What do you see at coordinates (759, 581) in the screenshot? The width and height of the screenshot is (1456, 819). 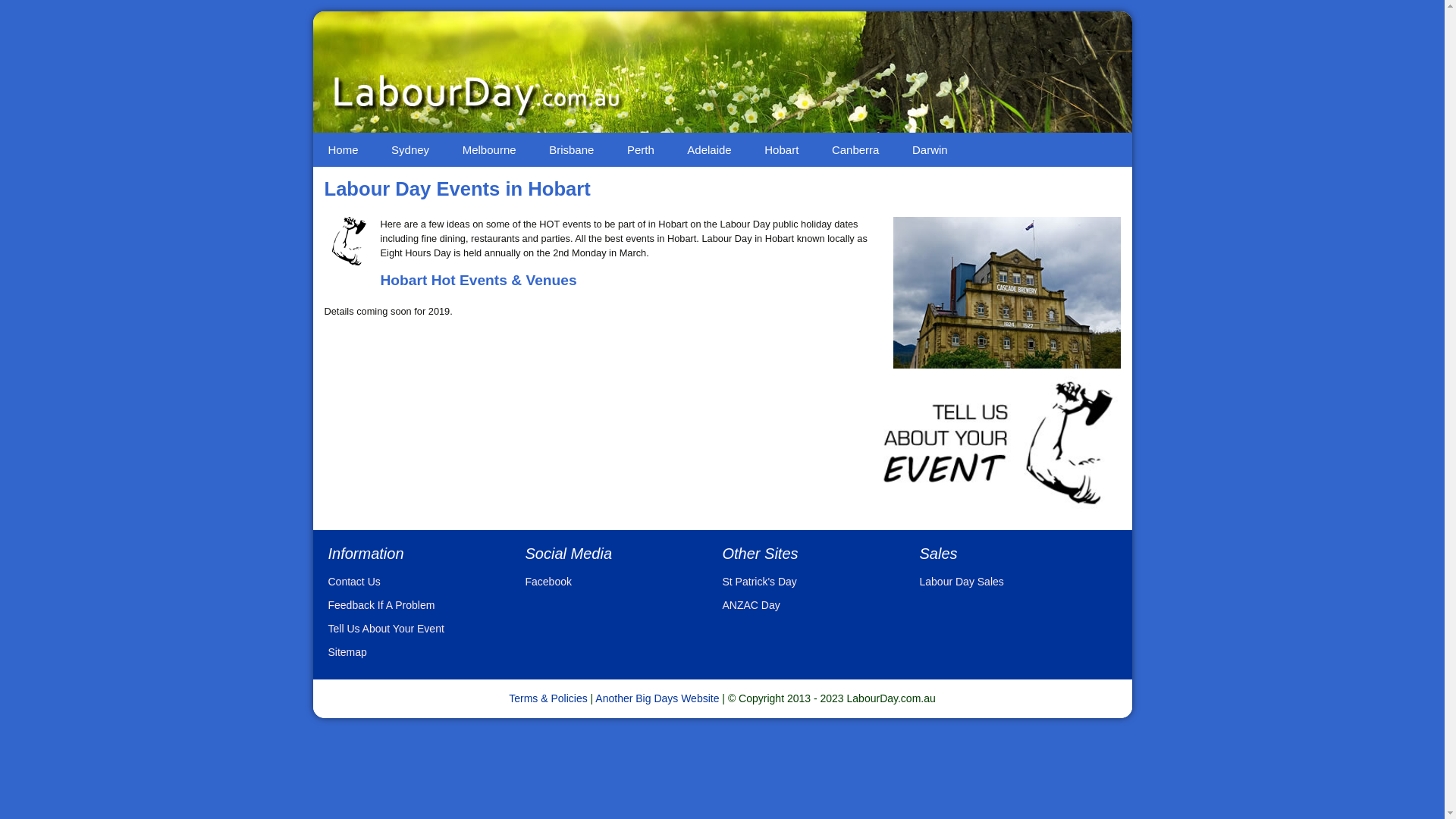 I see `'St Patrick's Day'` at bounding box center [759, 581].